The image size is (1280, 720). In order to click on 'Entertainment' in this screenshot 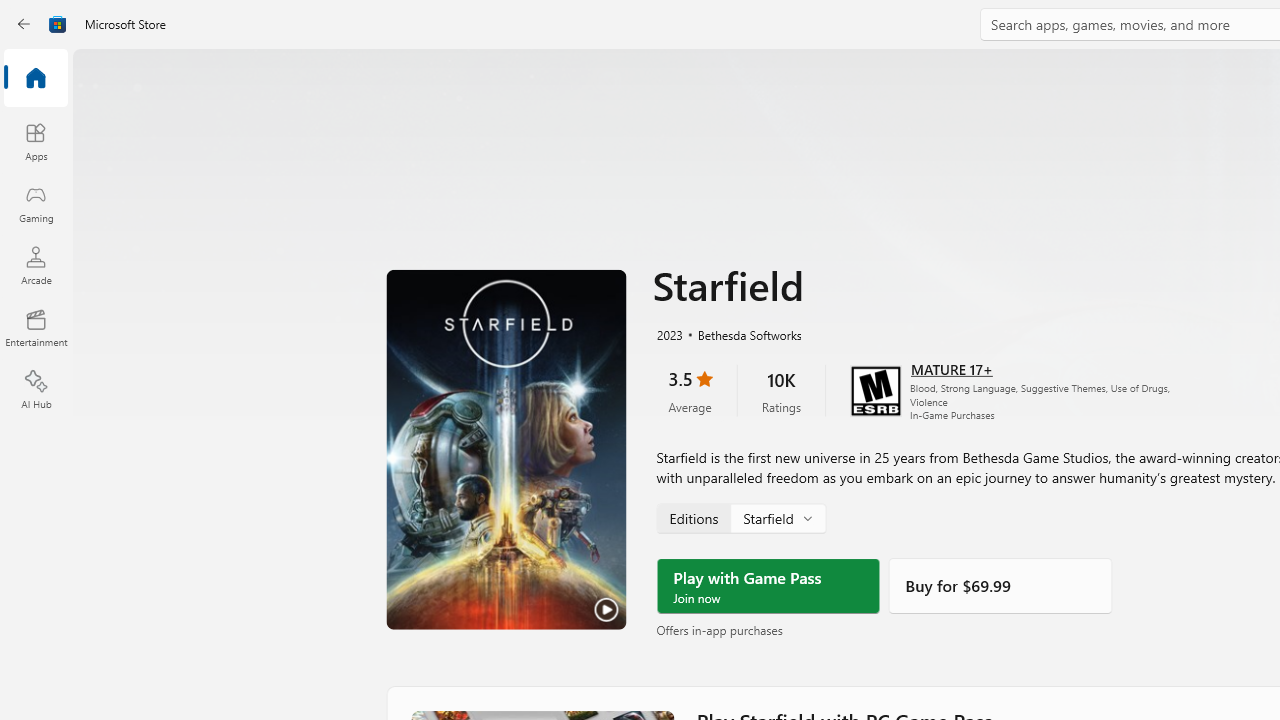, I will do `click(35, 326)`.